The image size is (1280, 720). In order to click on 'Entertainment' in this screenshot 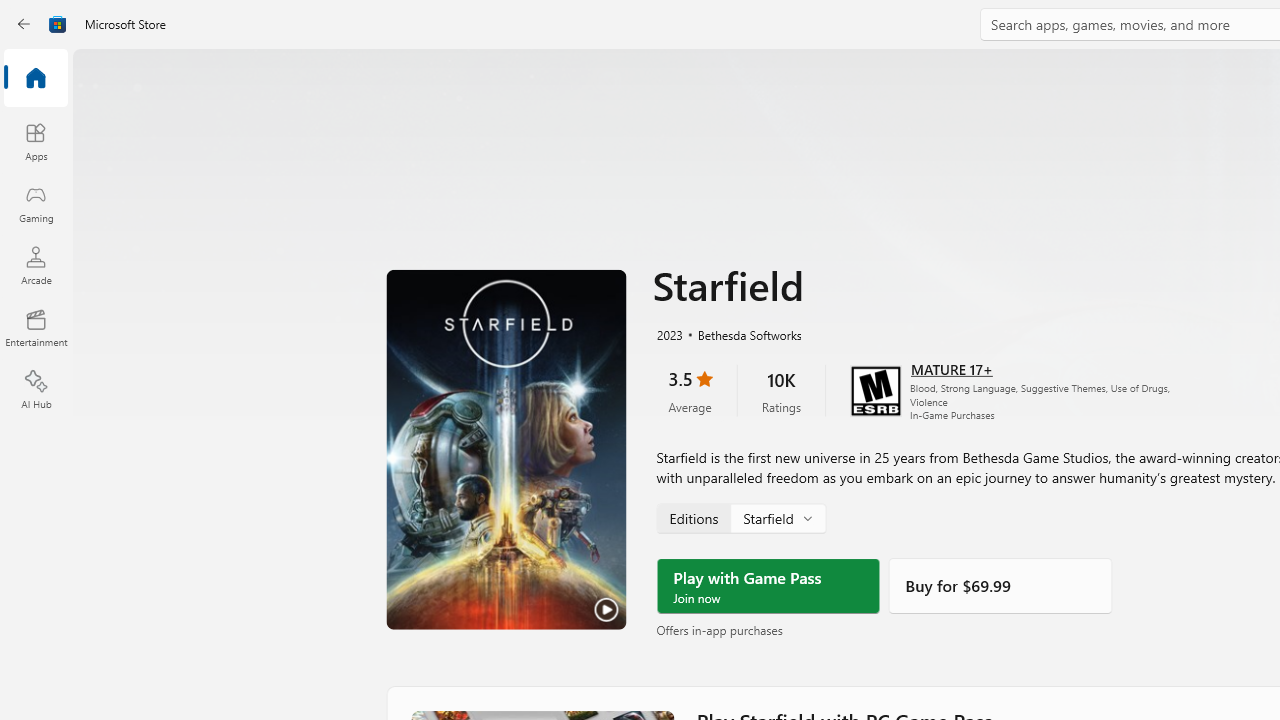, I will do `click(35, 326)`.